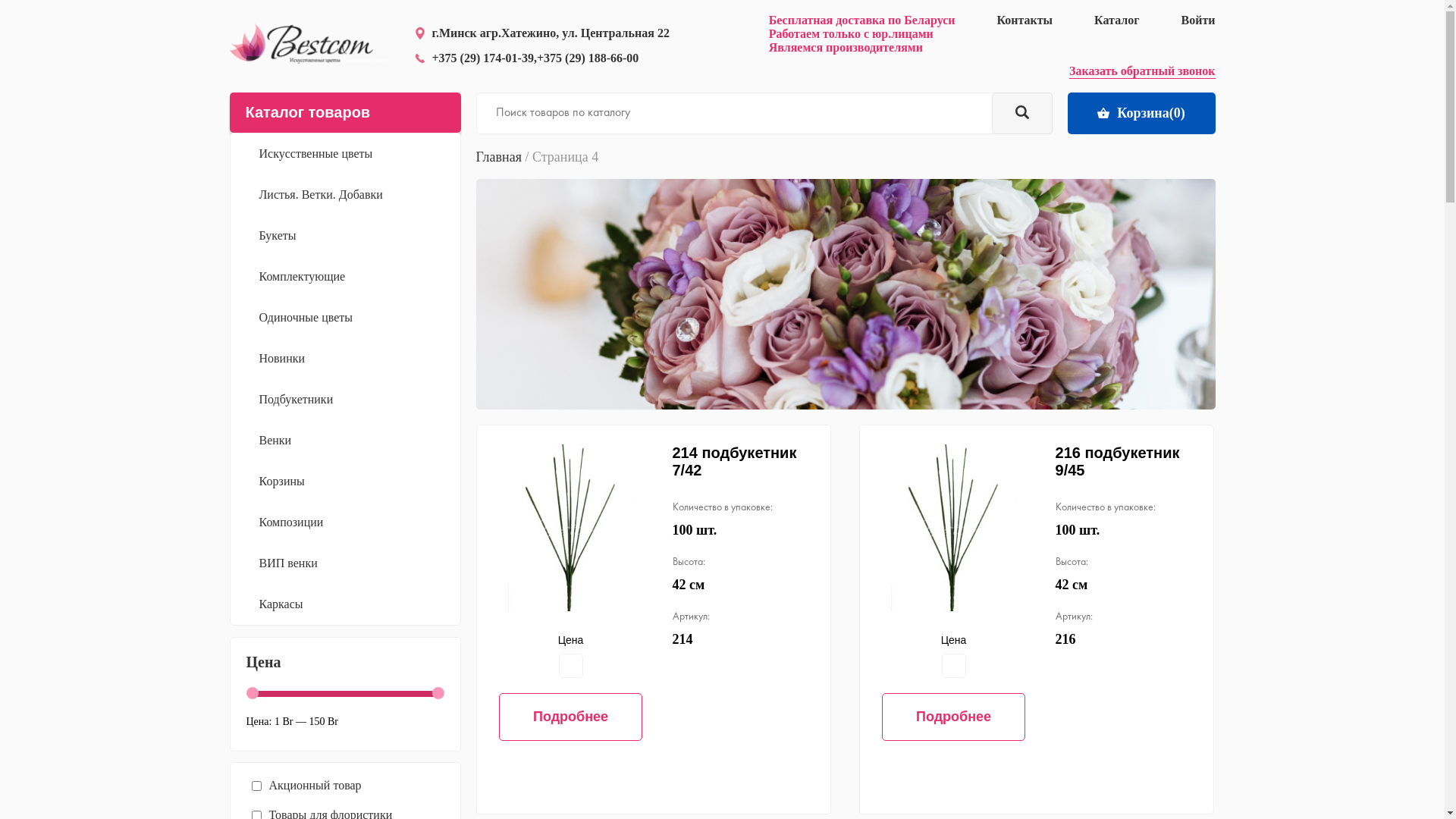 This screenshot has height=819, width=1456. I want to click on '+375 (29) 174-01-39', so click(482, 58).